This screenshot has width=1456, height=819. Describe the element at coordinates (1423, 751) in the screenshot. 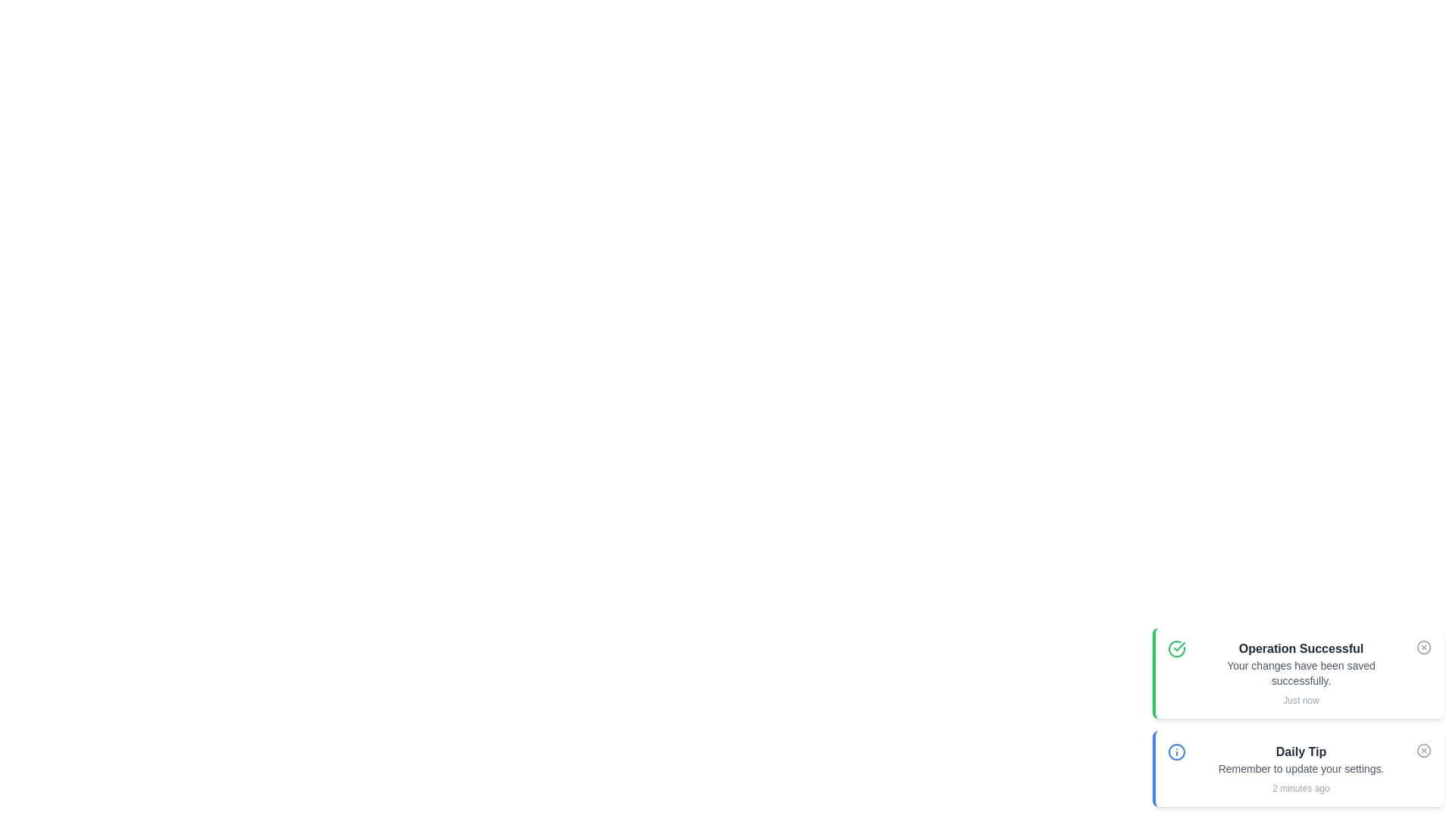

I see `the Circular close button with a close (X) symbol located at the bottom-right corner of the 'Daily Tip' notification card to change its visual state` at that location.